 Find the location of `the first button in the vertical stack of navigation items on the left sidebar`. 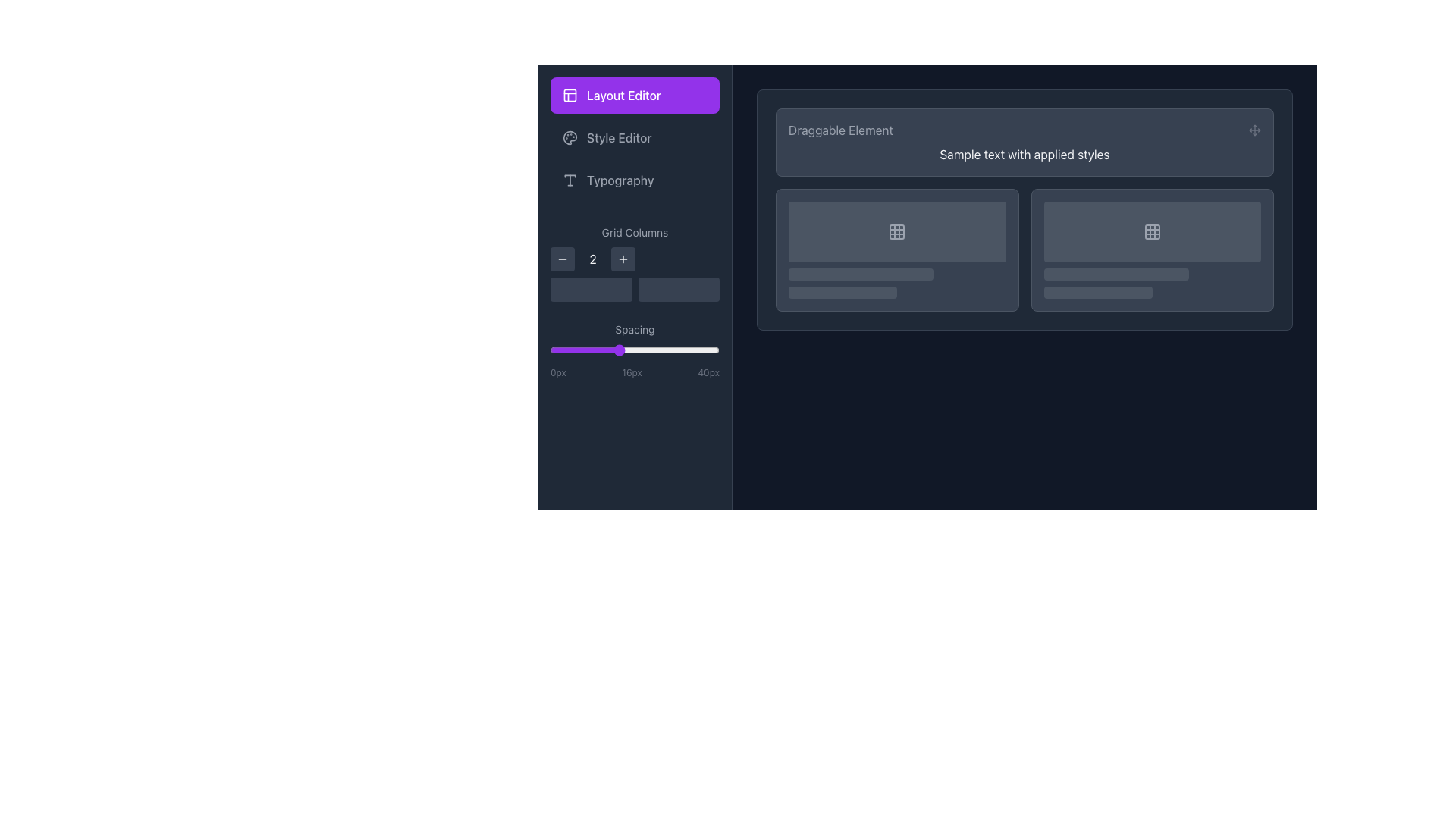

the first button in the vertical stack of navigation items on the left sidebar is located at coordinates (635, 96).